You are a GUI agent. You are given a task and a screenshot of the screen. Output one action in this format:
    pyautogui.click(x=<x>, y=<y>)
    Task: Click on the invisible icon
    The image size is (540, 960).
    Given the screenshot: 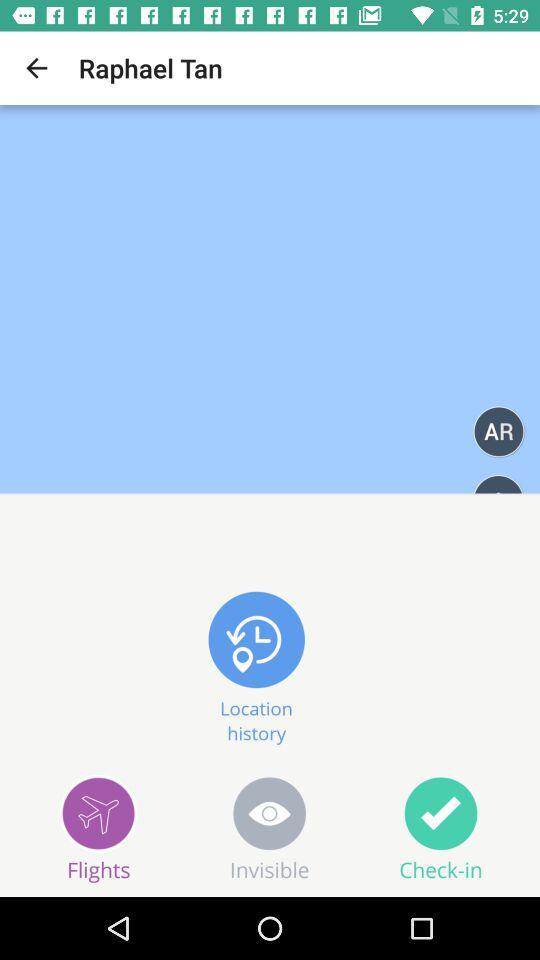 What is the action you would take?
    pyautogui.click(x=270, y=828)
    